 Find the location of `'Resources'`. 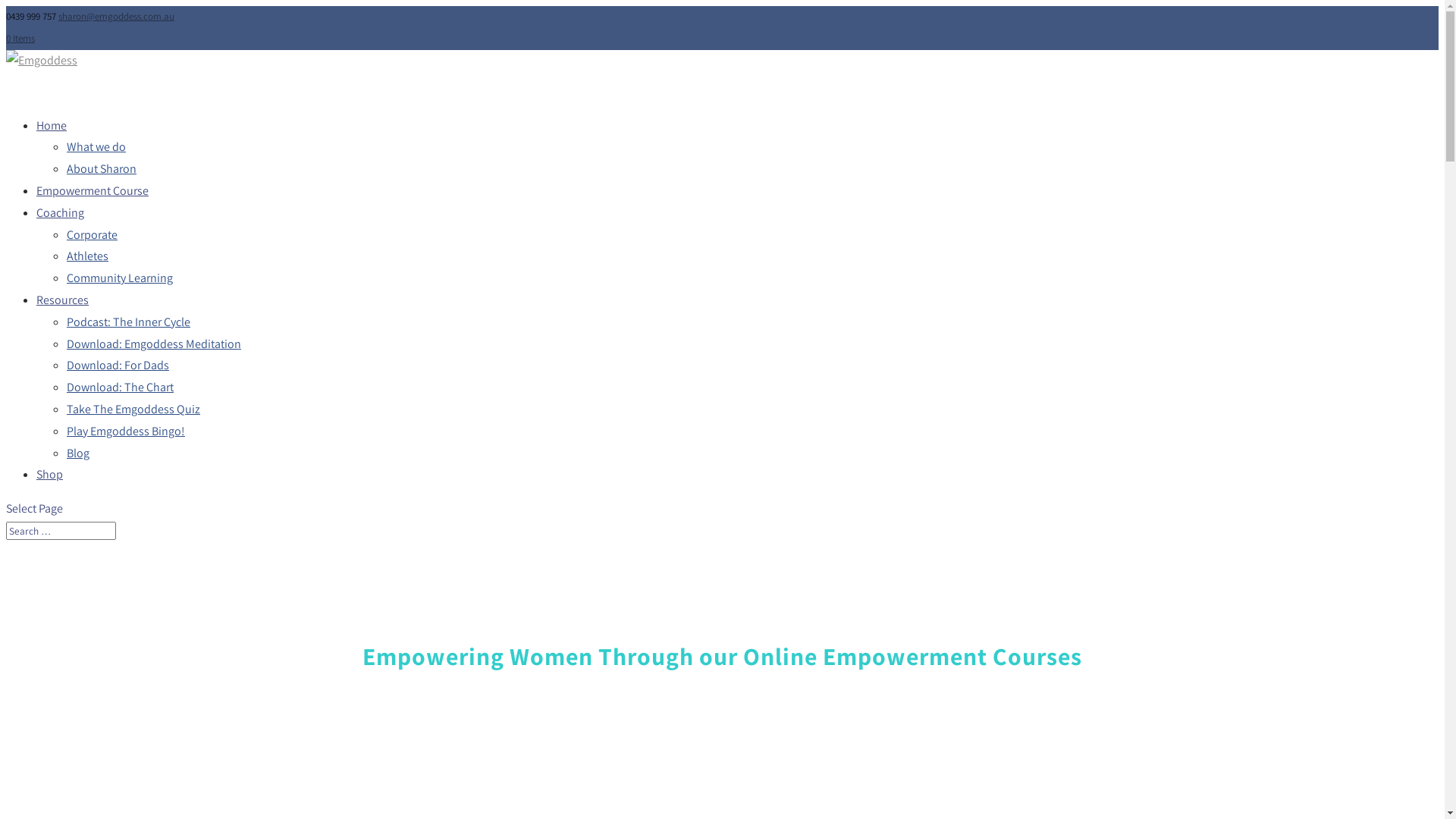

'Resources' is located at coordinates (61, 304).